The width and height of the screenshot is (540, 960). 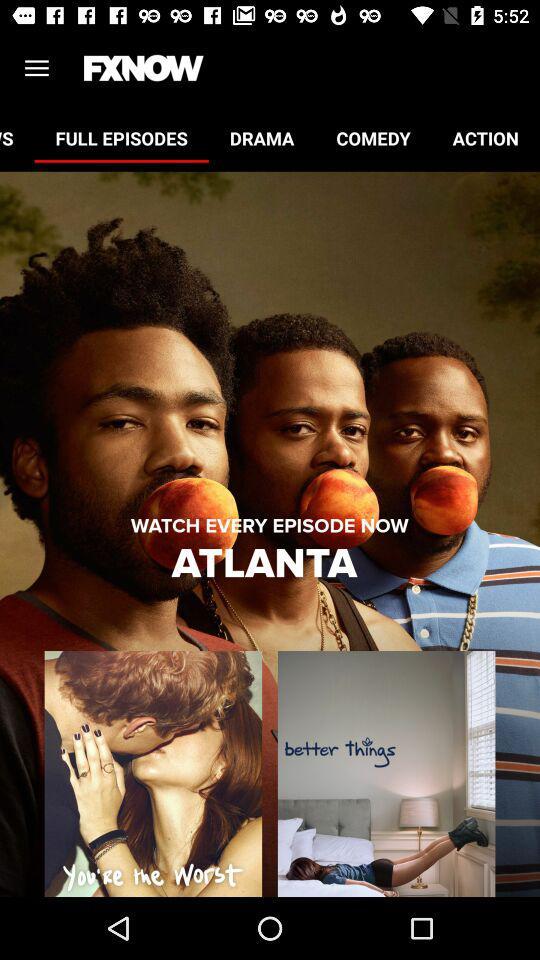 What do you see at coordinates (121, 137) in the screenshot?
I see `the item next to the drama` at bounding box center [121, 137].